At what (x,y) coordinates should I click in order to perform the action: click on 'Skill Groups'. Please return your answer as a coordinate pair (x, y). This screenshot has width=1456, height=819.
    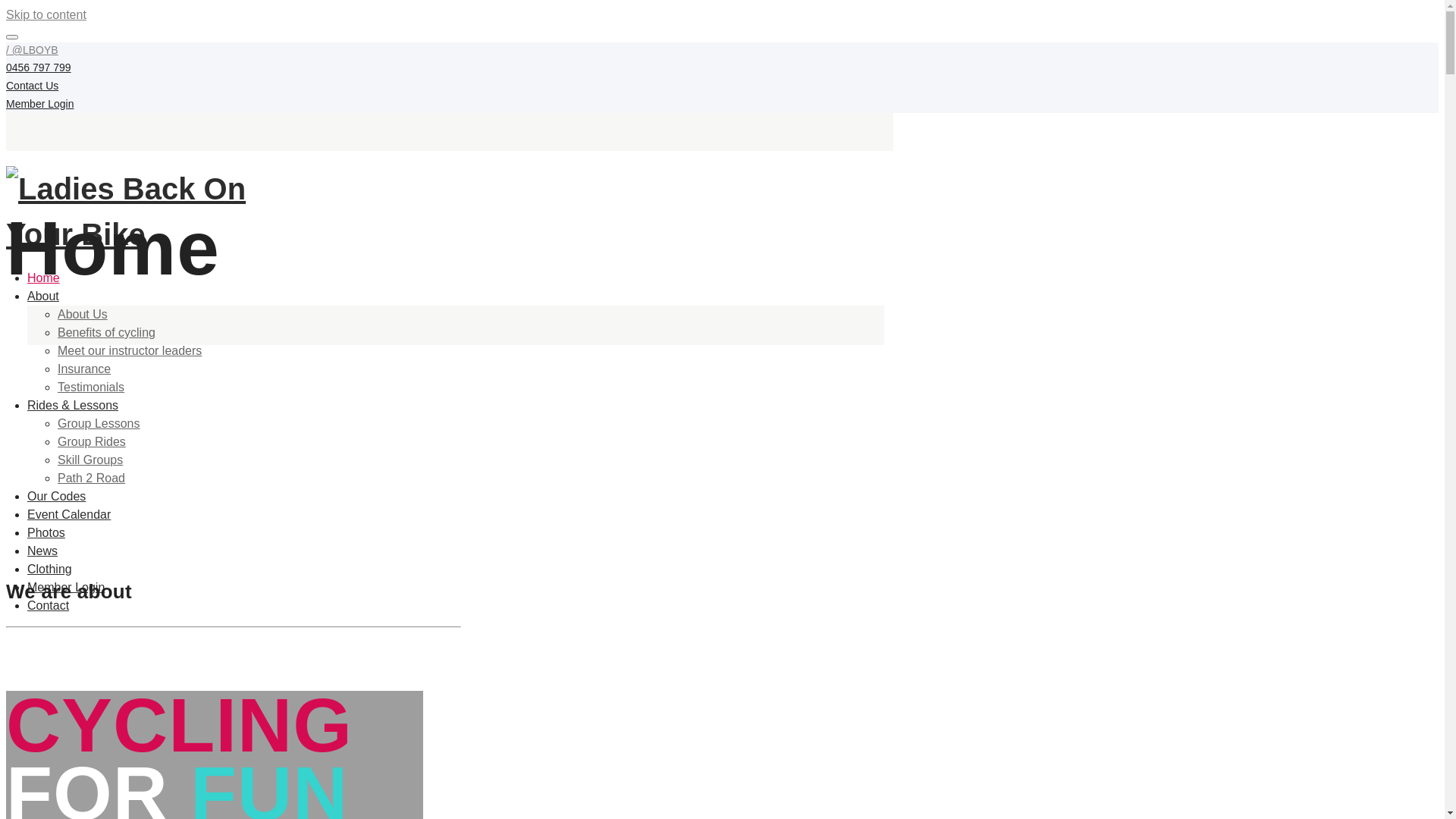
    Looking at the image, I should click on (89, 459).